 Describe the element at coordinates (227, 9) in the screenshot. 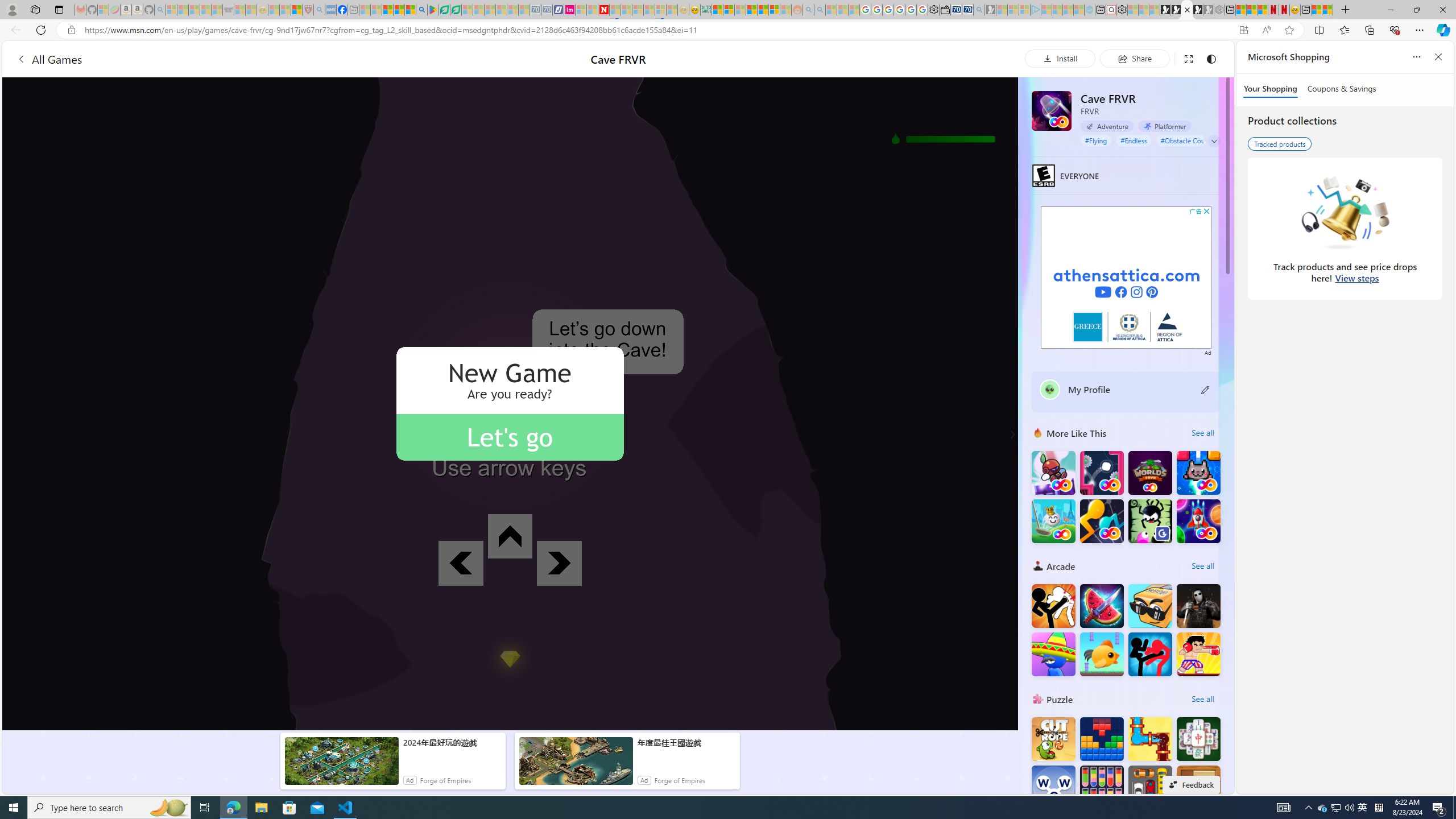

I see `'Combat Siege'` at that location.